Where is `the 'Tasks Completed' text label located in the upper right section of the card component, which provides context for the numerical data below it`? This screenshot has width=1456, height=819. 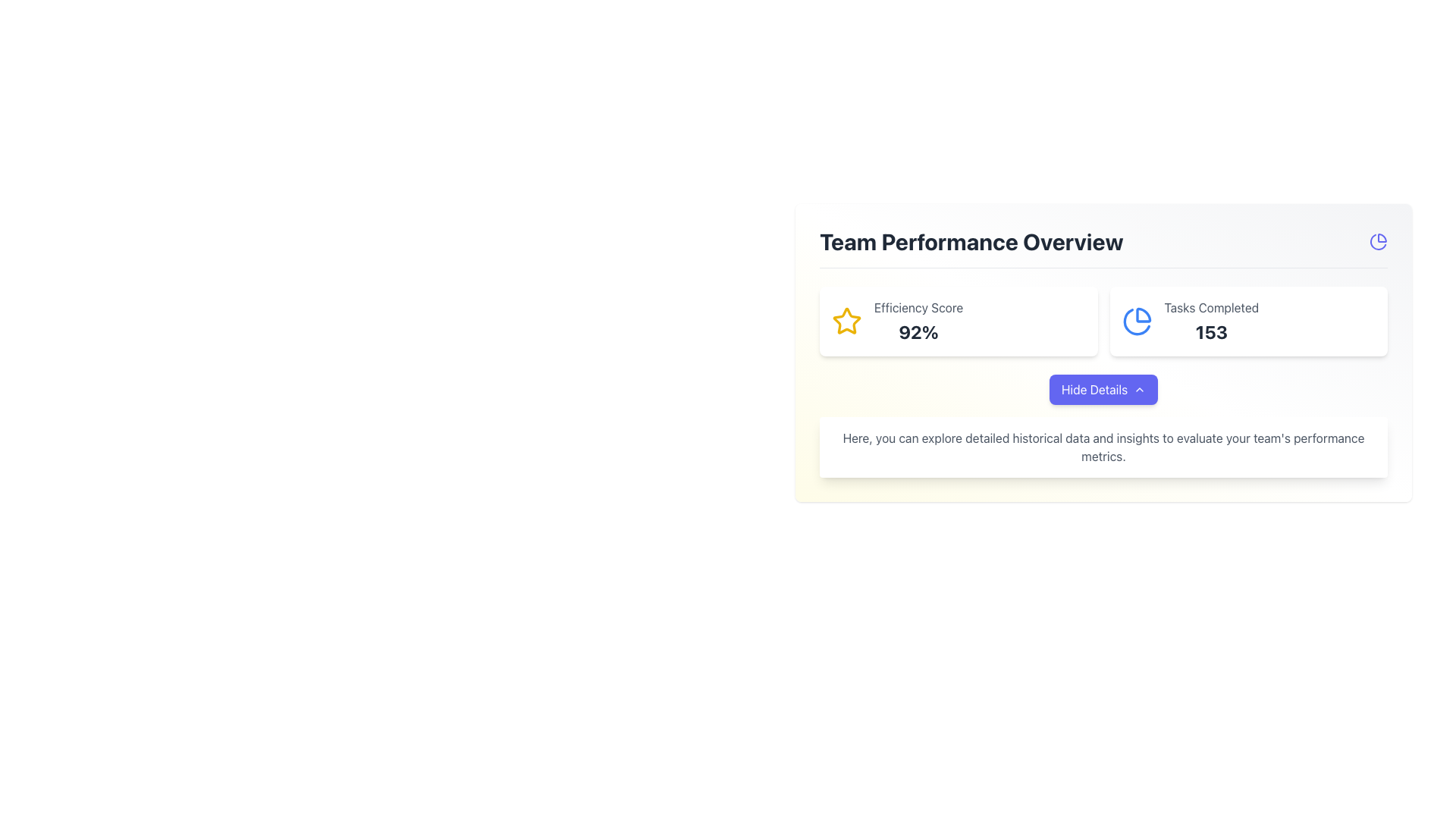
the 'Tasks Completed' text label located in the upper right section of the card component, which provides context for the numerical data below it is located at coordinates (1210, 307).